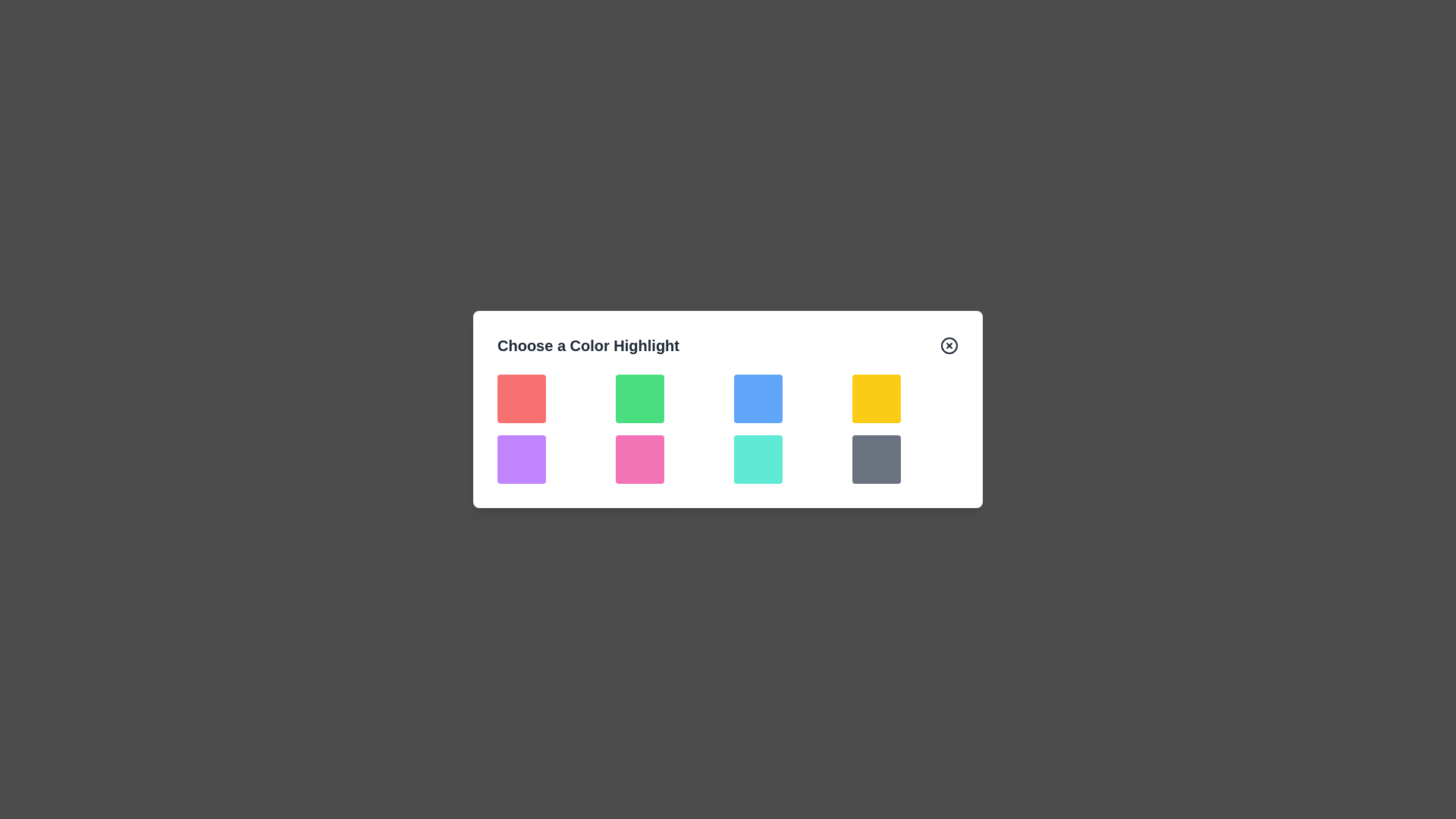  Describe the element at coordinates (949, 345) in the screenshot. I see `the close icon to close the dialog` at that location.